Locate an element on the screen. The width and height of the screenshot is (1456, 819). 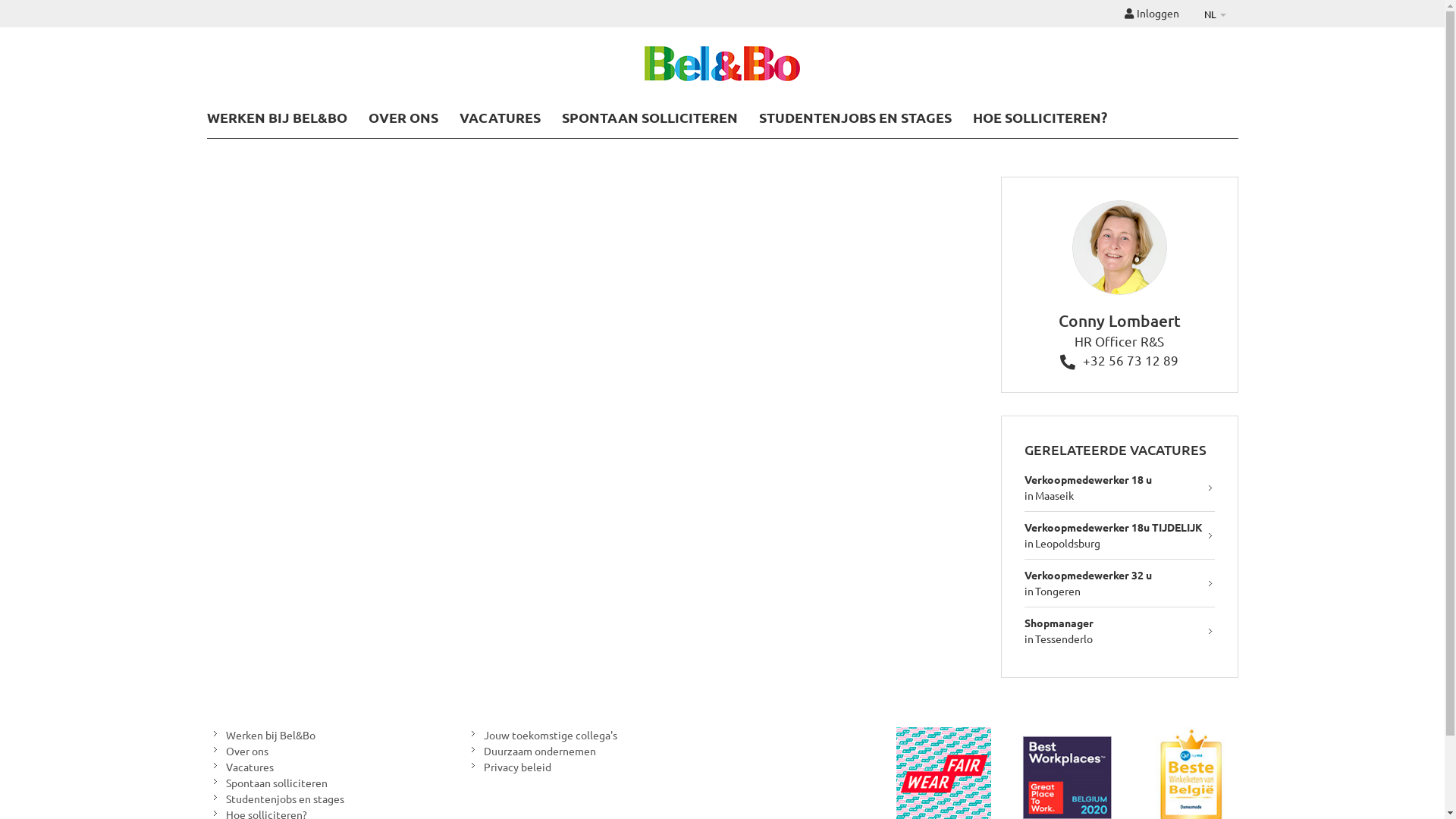
'Shopmanager' is located at coordinates (1058, 623).